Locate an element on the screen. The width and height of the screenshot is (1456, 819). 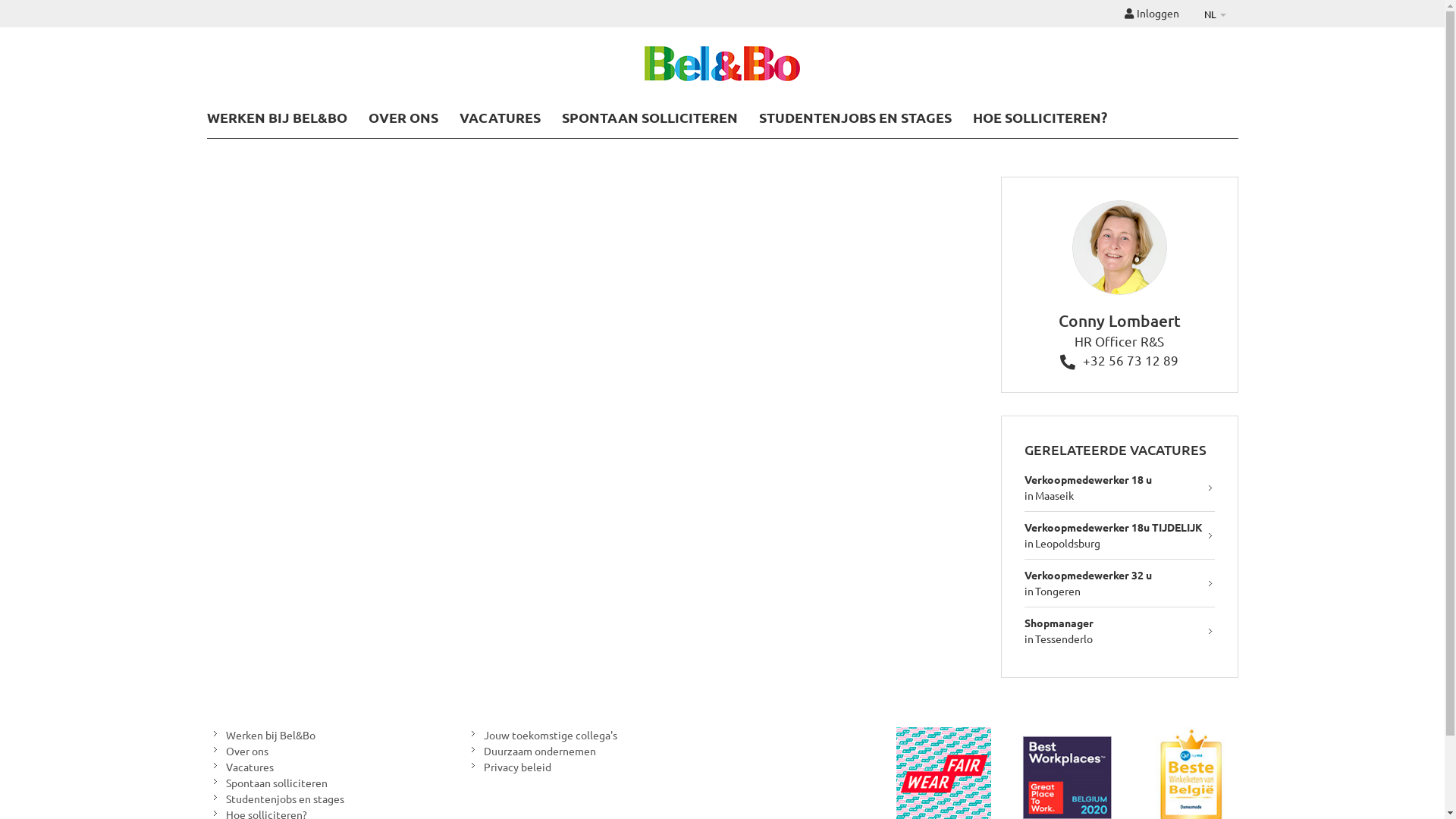
'Shopmanager' is located at coordinates (1058, 623).